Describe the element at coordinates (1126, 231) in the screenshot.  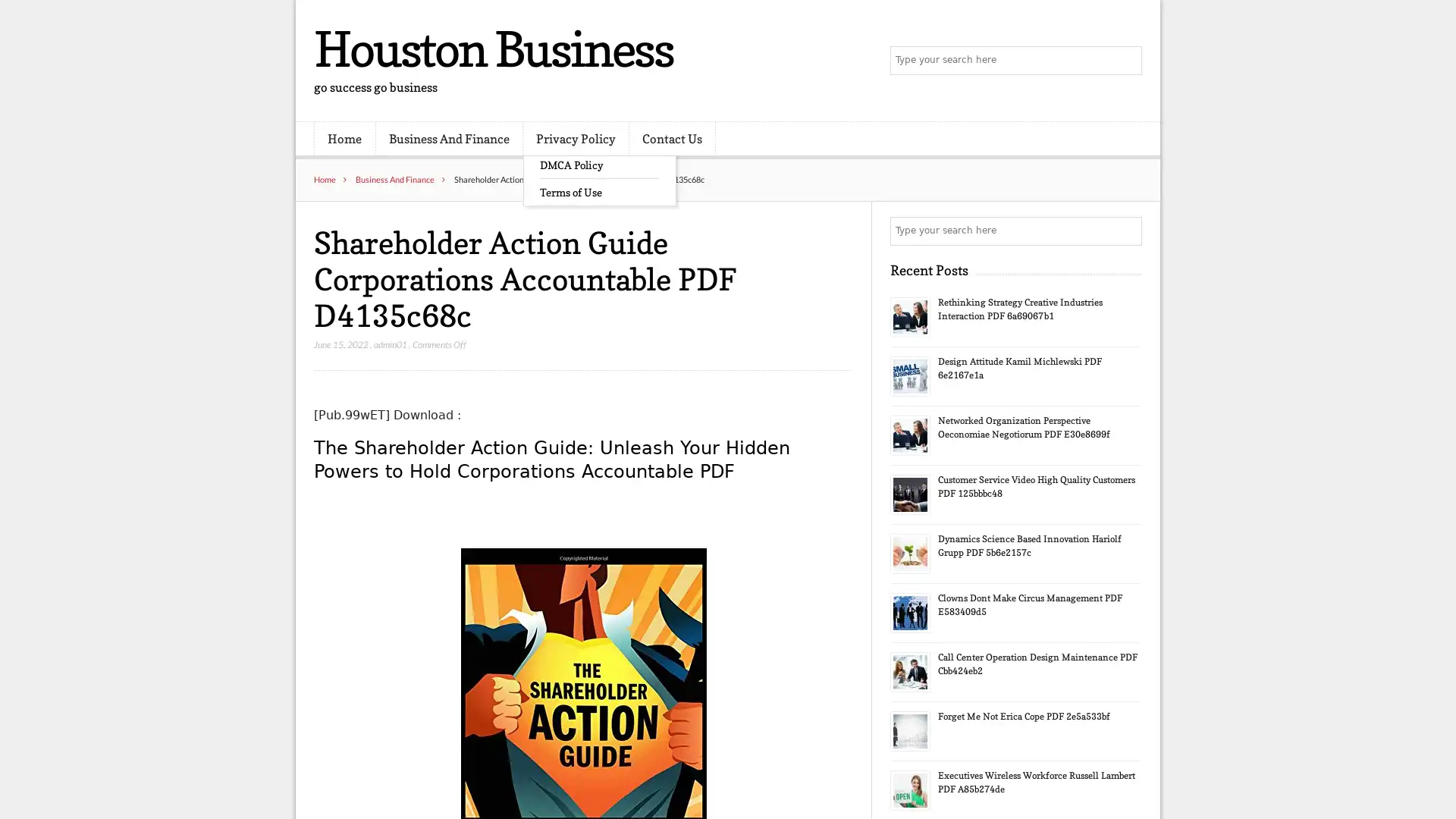
I see `Search` at that location.